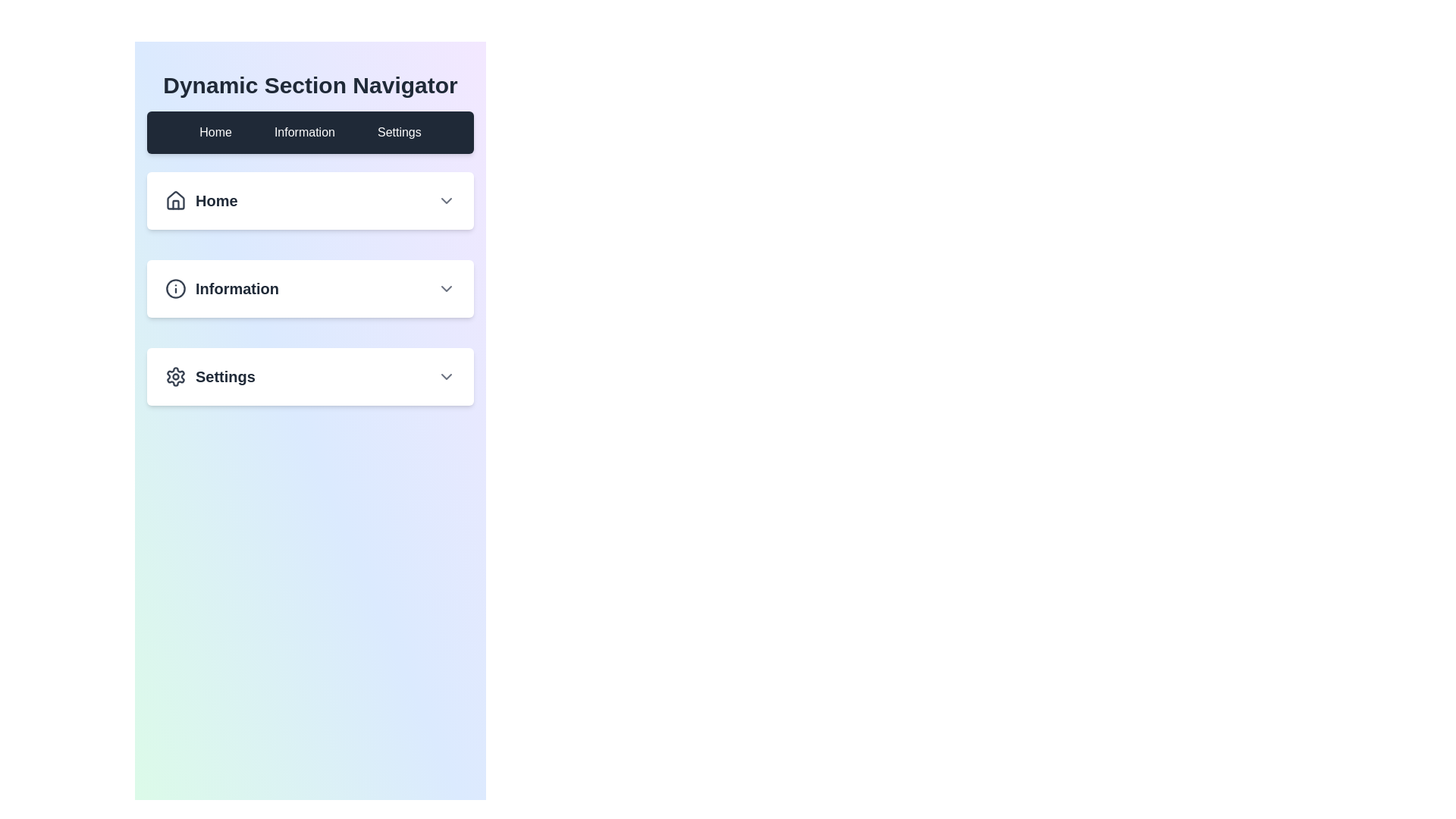  What do you see at coordinates (175, 205) in the screenshot?
I see `the 'Home' icon, which is the leftmost icon in the navigation interface and visually represents the 'Home' section` at bounding box center [175, 205].